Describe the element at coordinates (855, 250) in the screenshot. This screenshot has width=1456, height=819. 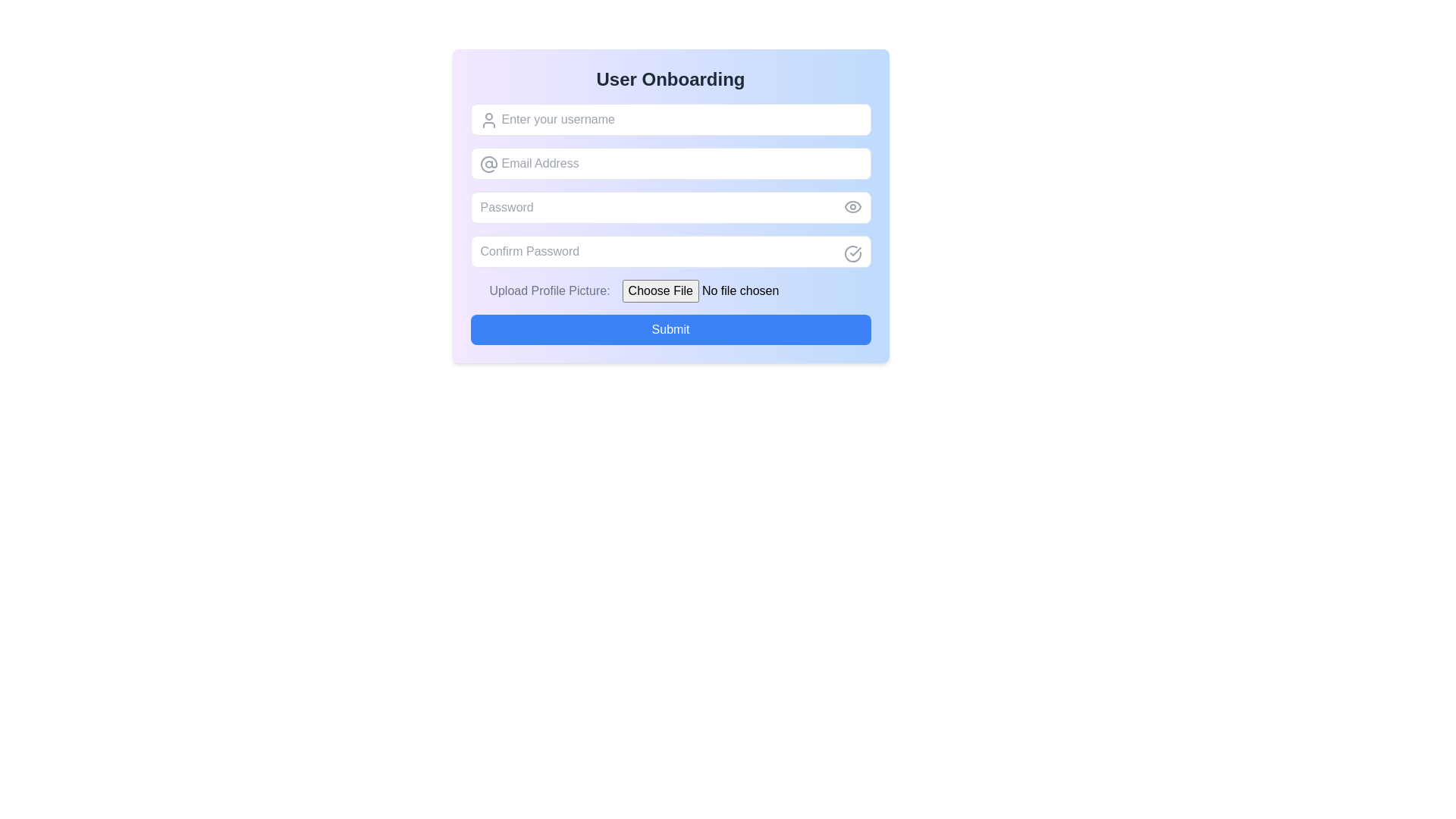
I see `the checkmark icon located near the right side of the 'Confirm Password' input field` at that location.